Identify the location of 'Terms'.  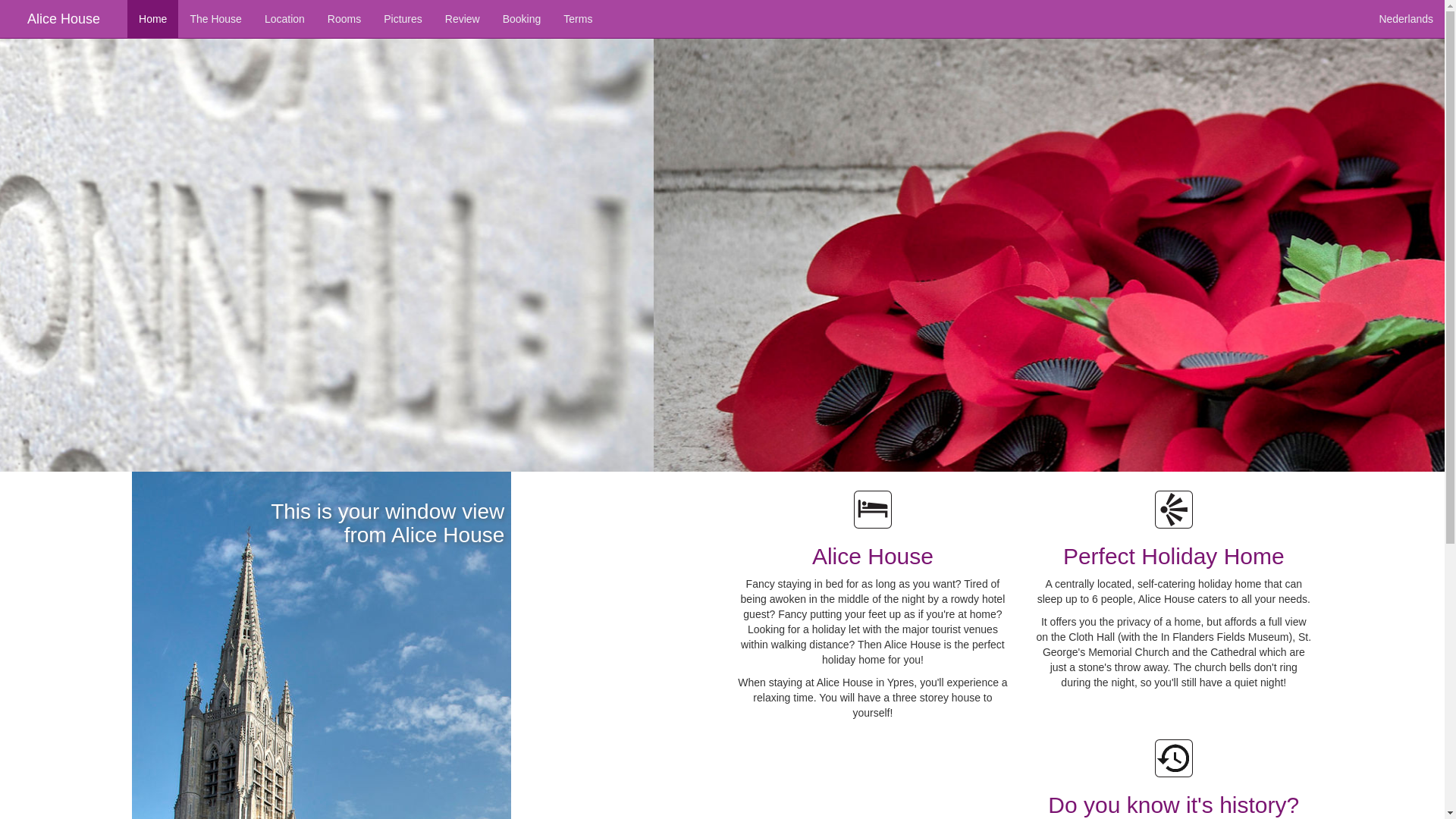
(577, 18).